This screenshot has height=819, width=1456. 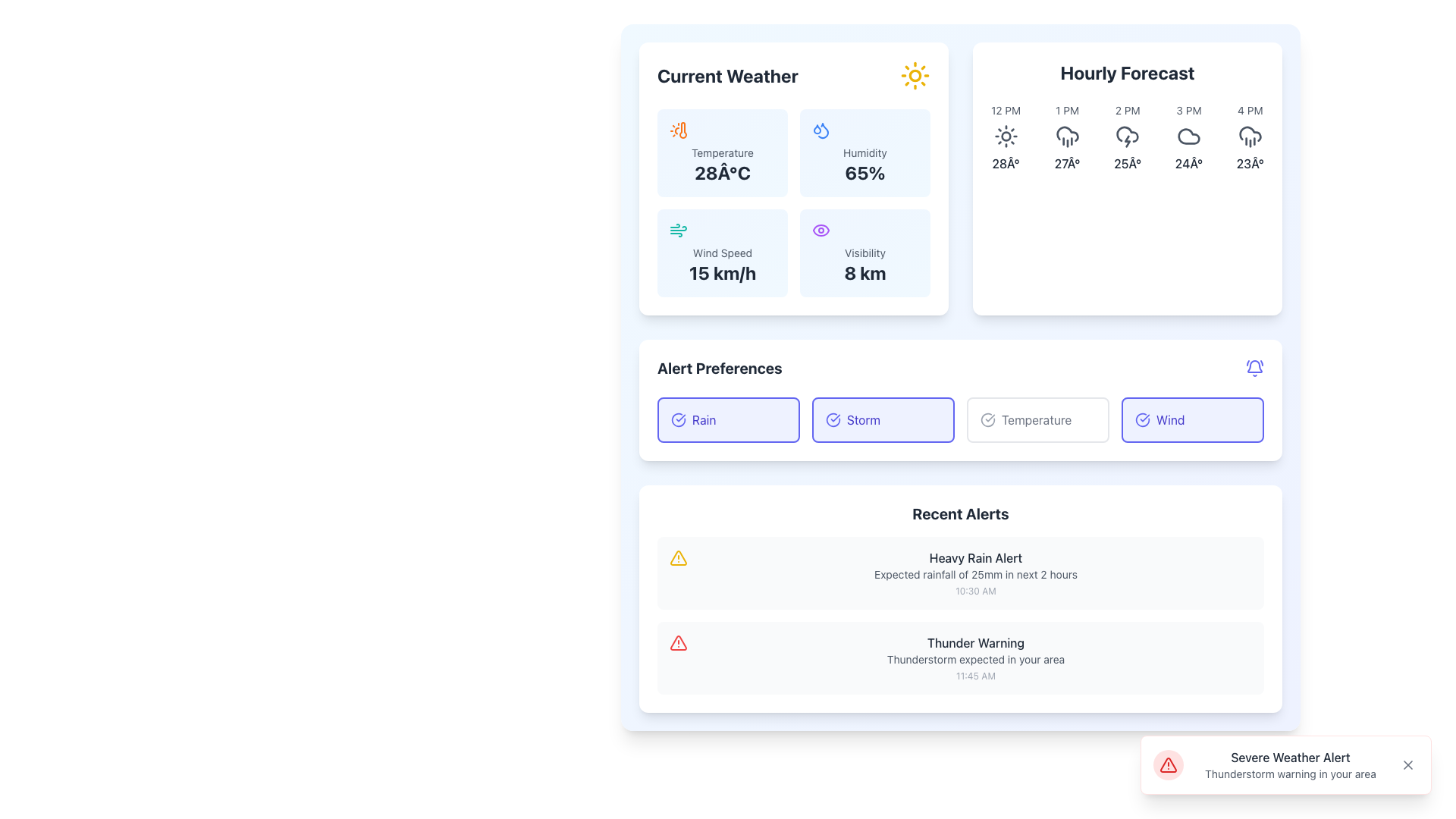 I want to click on the Text Label that provides details about the severe weather alert related to thunderstorms, located in the lower section of the alert dialog box, so click(x=1290, y=774).